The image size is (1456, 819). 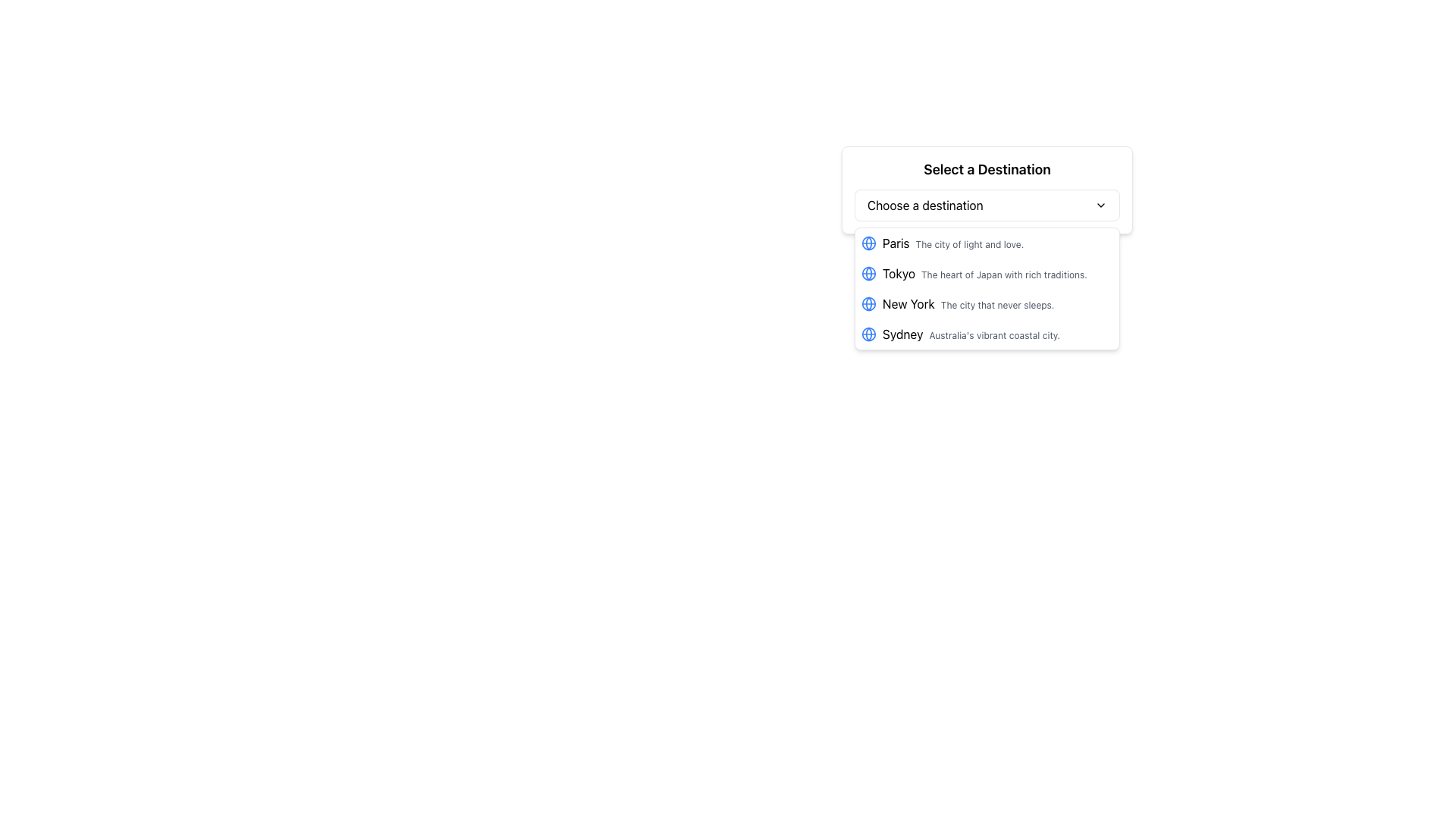 What do you see at coordinates (869, 274) in the screenshot?
I see `the circular globe icon that visually represents the option labeled 'Tokyo' in the dropdown menu` at bounding box center [869, 274].